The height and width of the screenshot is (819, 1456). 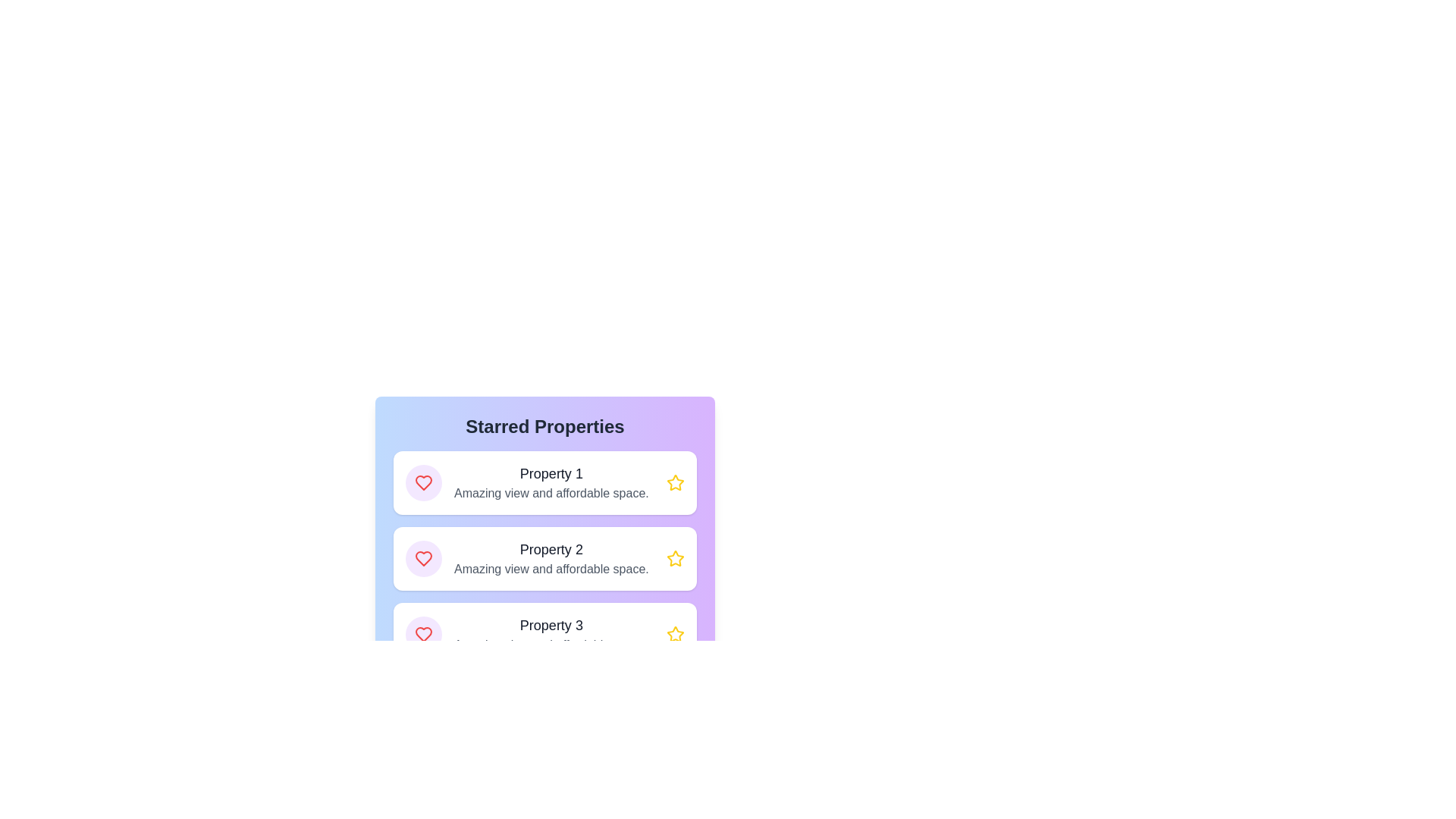 What do you see at coordinates (545, 558) in the screenshot?
I see `the property title within the grid layout of the 'Starred Properties' section, which features white rounded rectangles with bold titles and interactive icons` at bounding box center [545, 558].